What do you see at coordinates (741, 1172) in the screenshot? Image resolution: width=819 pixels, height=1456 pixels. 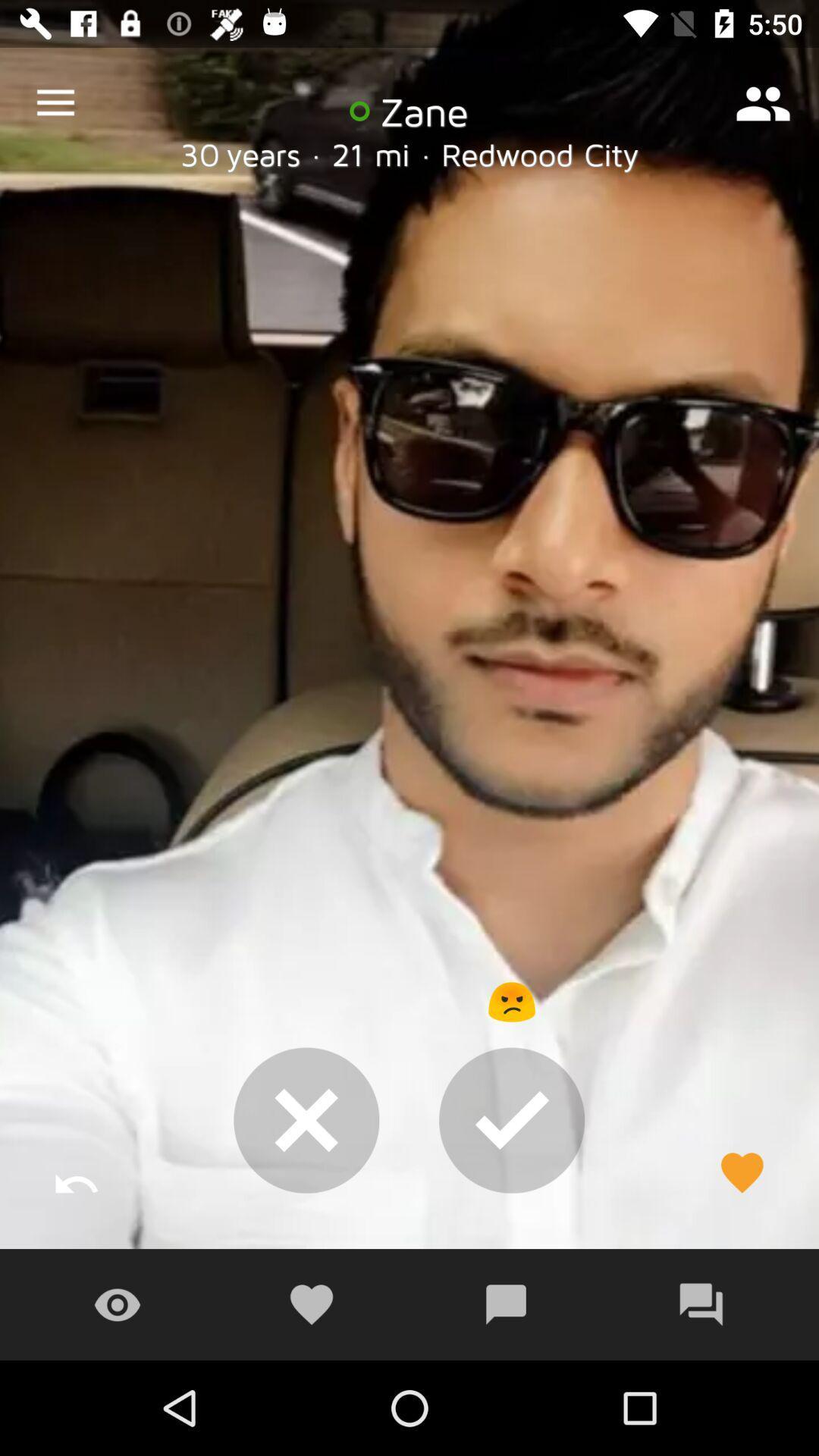 I see `the favorite icon` at bounding box center [741, 1172].